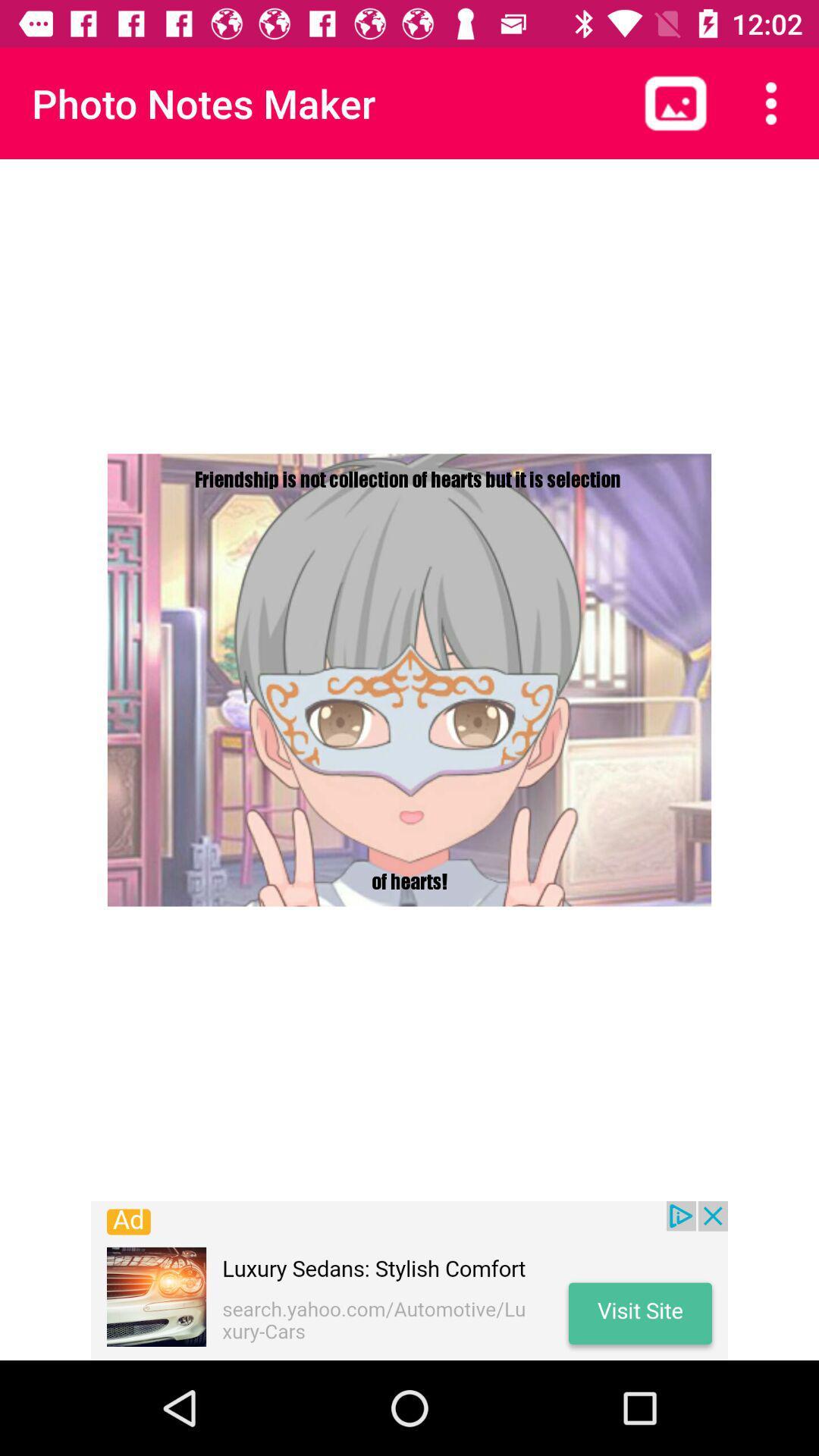 This screenshot has height=1456, width=819. Describe the element at coordinates (675, 102) in the screenshot. I see `to add more photos to make` at that location.